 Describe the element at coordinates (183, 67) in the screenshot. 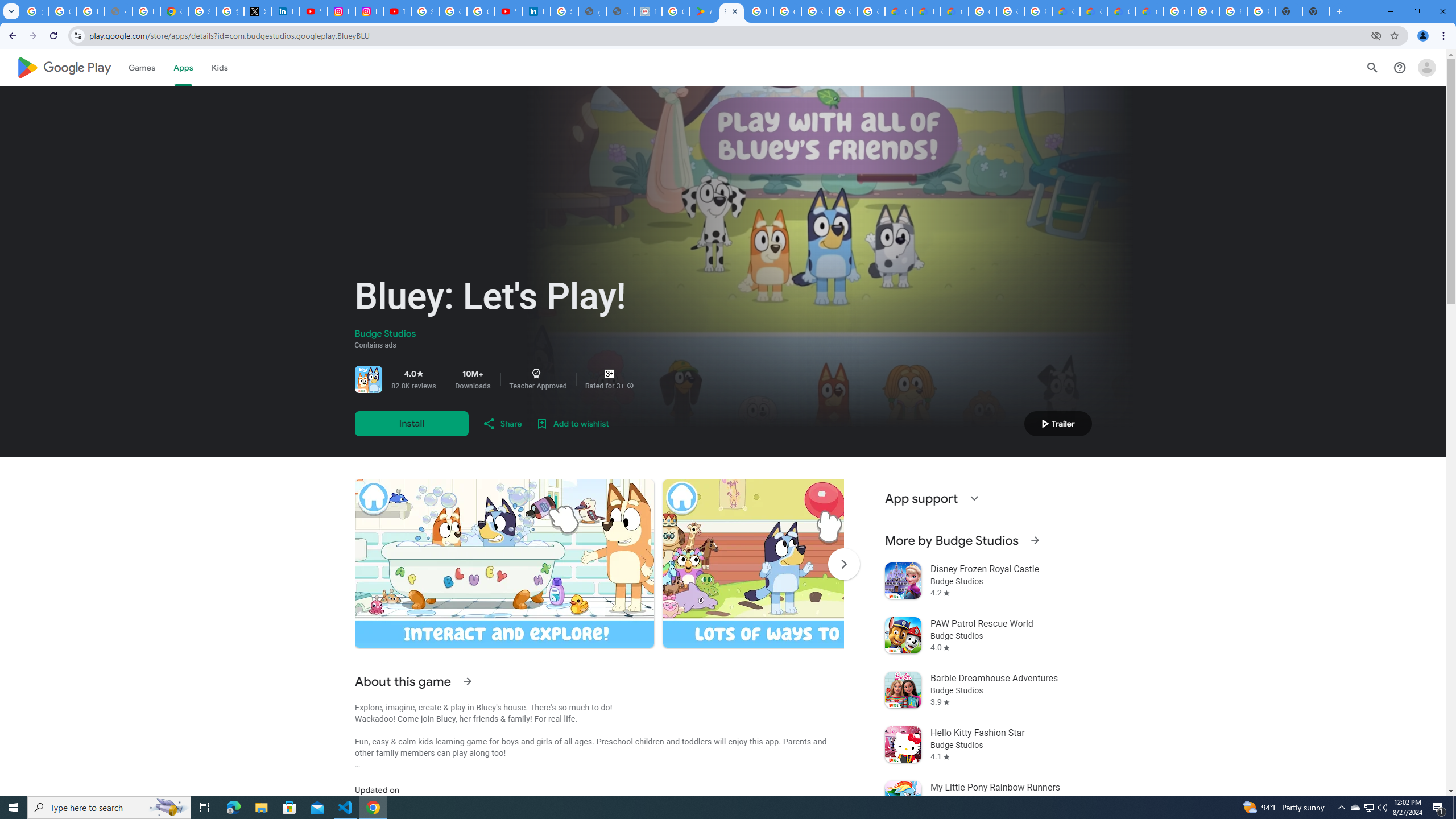

I see `'Apps'` at that location.